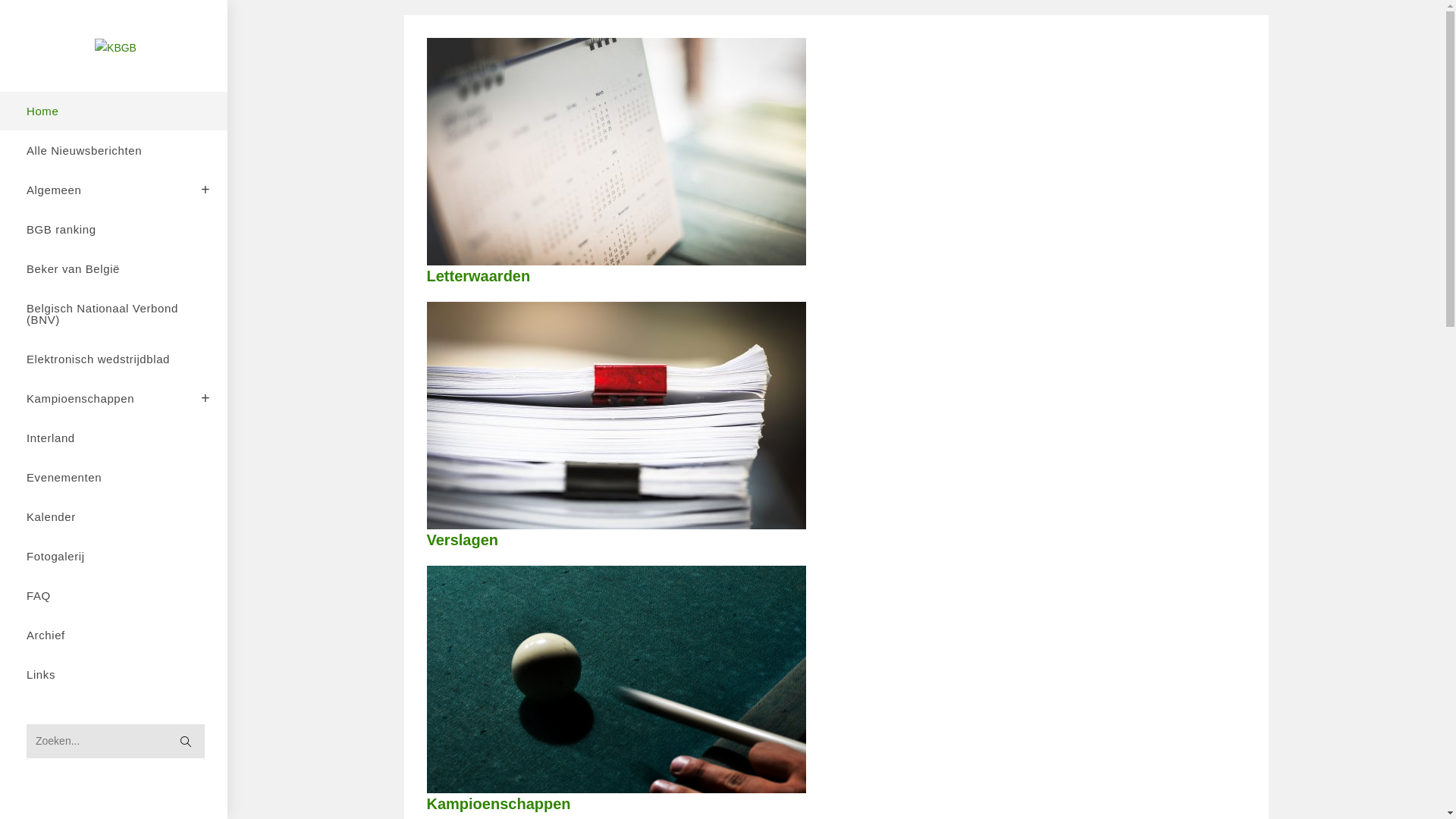  I want to click on 'Belgisch Nationaal Verbond (BNV)', so click(112, 312).